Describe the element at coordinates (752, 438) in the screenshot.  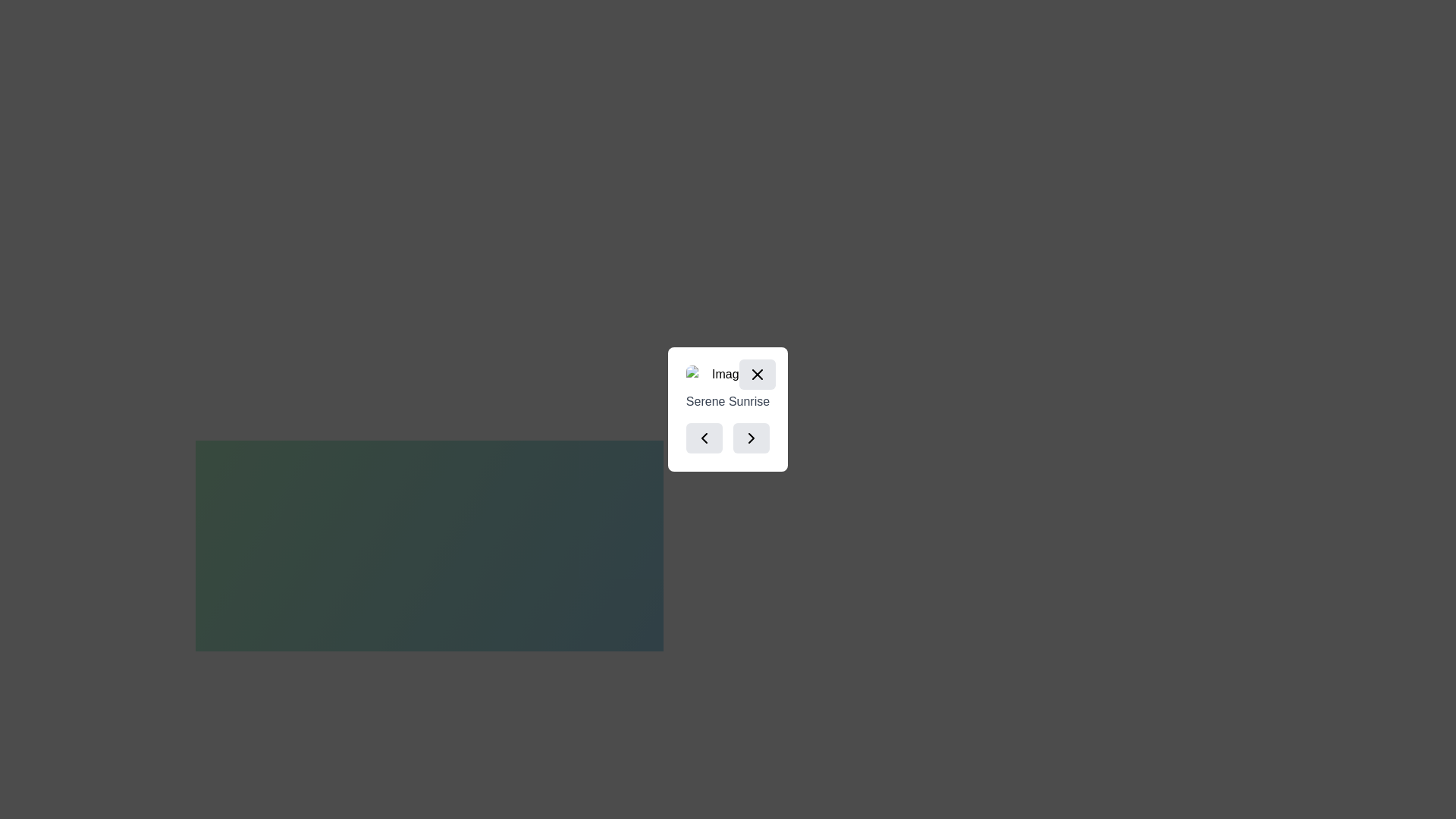
I see `the 'Next' navigation button located at the bottom right of the dialog box to advance to the subsequent item` at that location.